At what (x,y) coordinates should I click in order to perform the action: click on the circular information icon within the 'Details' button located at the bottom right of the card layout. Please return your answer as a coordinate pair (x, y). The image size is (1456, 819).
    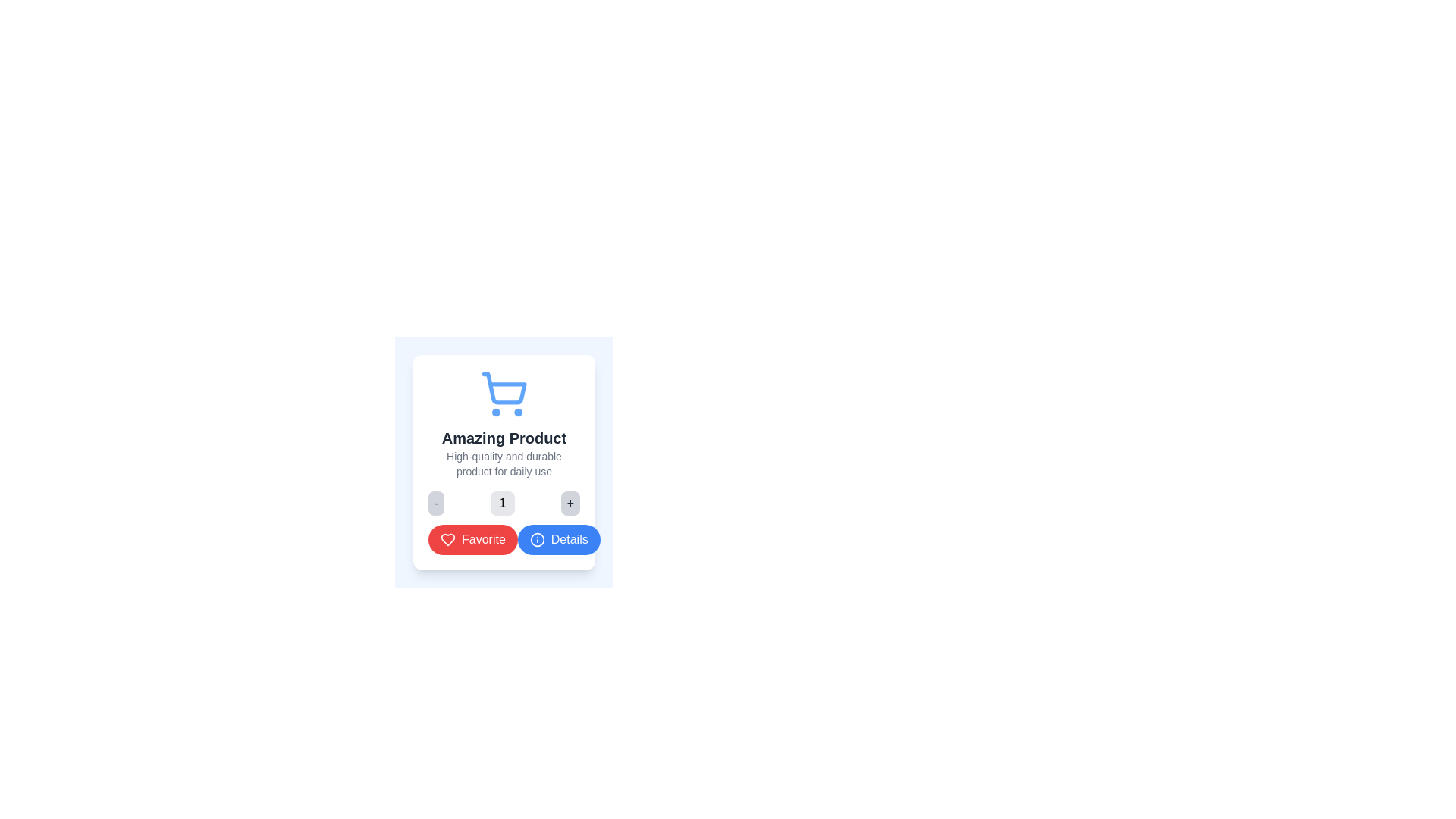
    Looking at the image, I should click on (537, 539).